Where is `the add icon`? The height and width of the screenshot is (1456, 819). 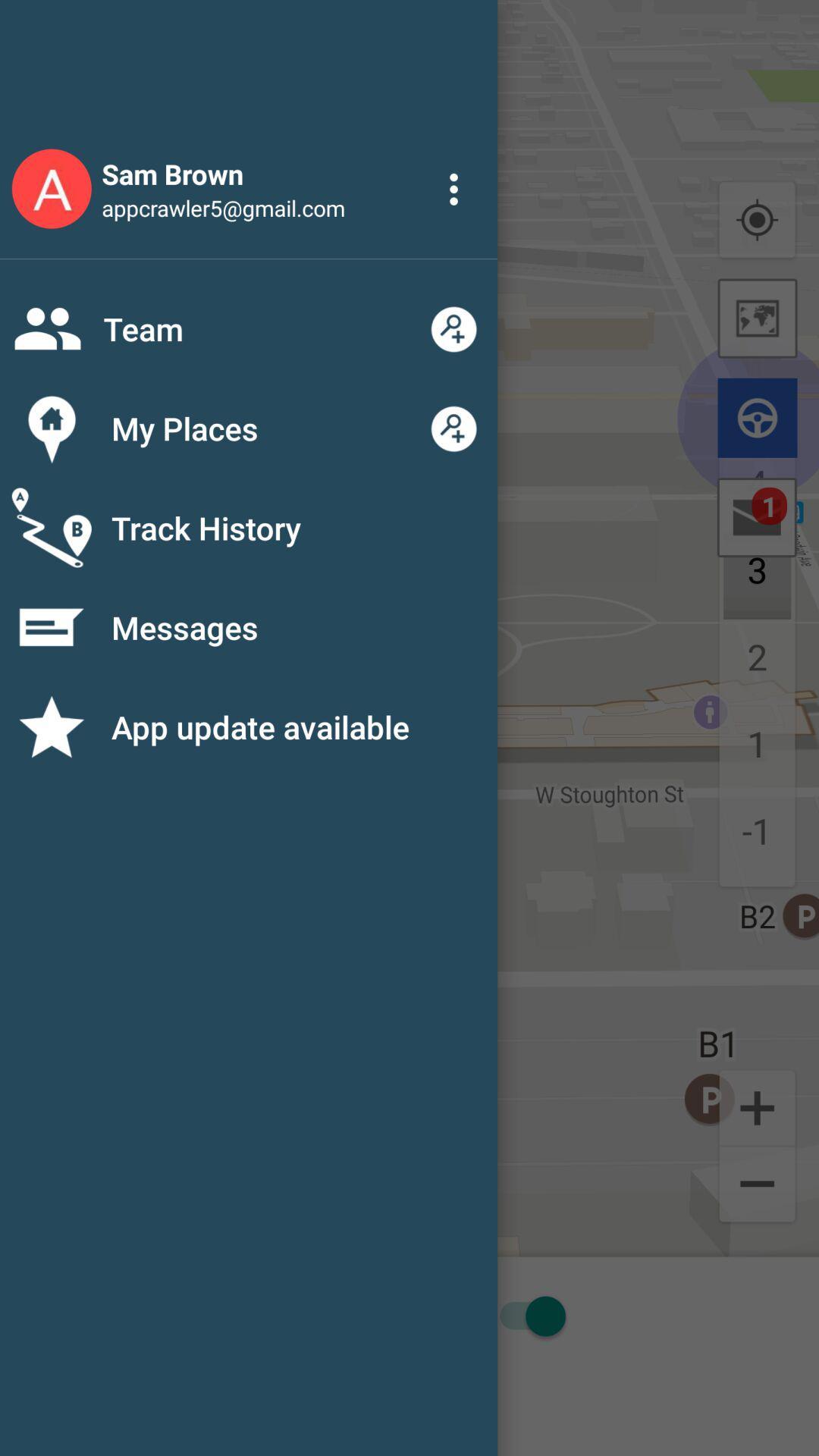 the add icon is located at coordinates (757, 1106).